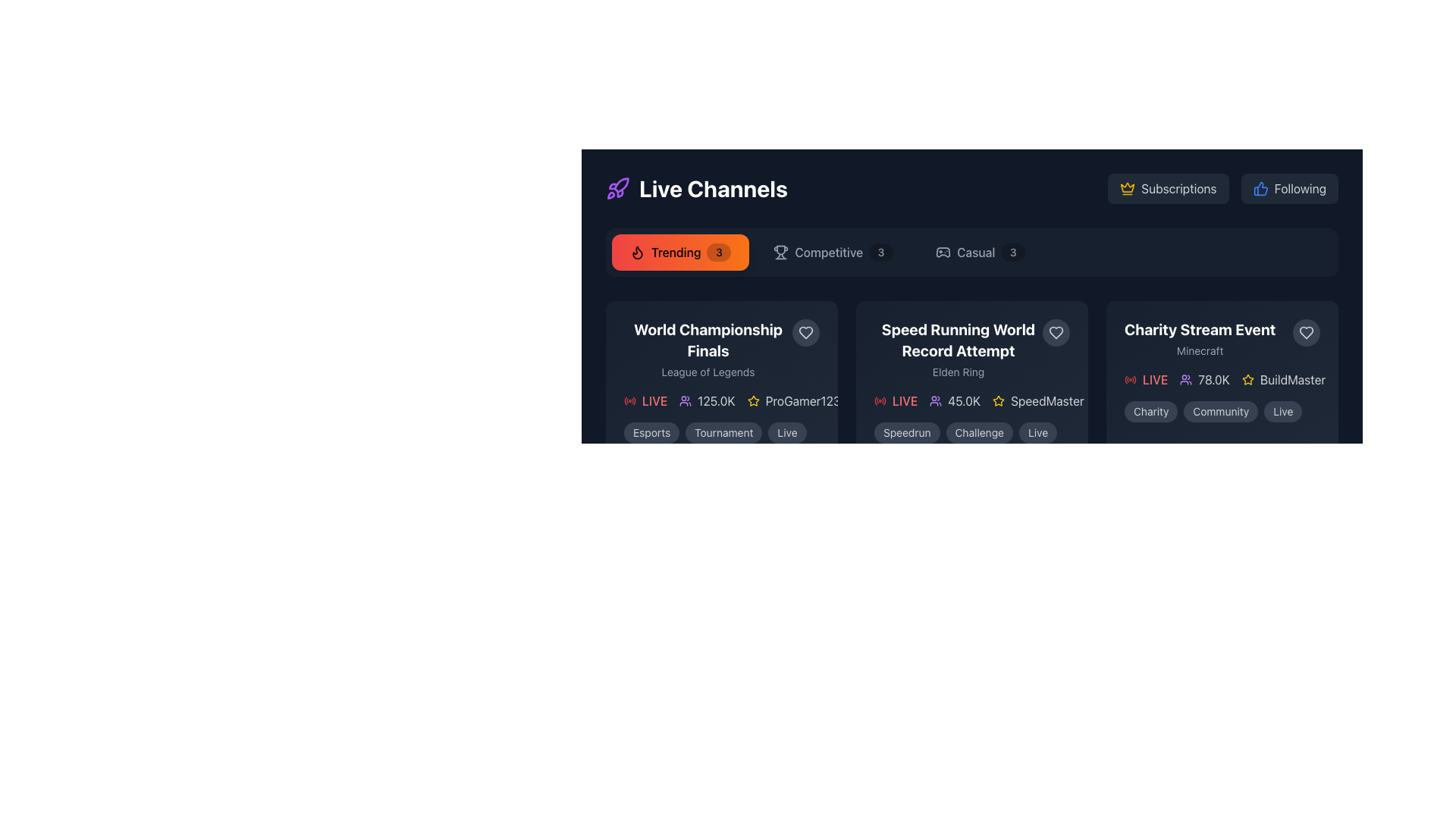  What do you see at coordinates (637, 251) in the screenshot?
I see `the flame-shaped SVG icon with a red fill, which is located near the left side of the 'Trending' button in the header` at bounding box center [637, 251].